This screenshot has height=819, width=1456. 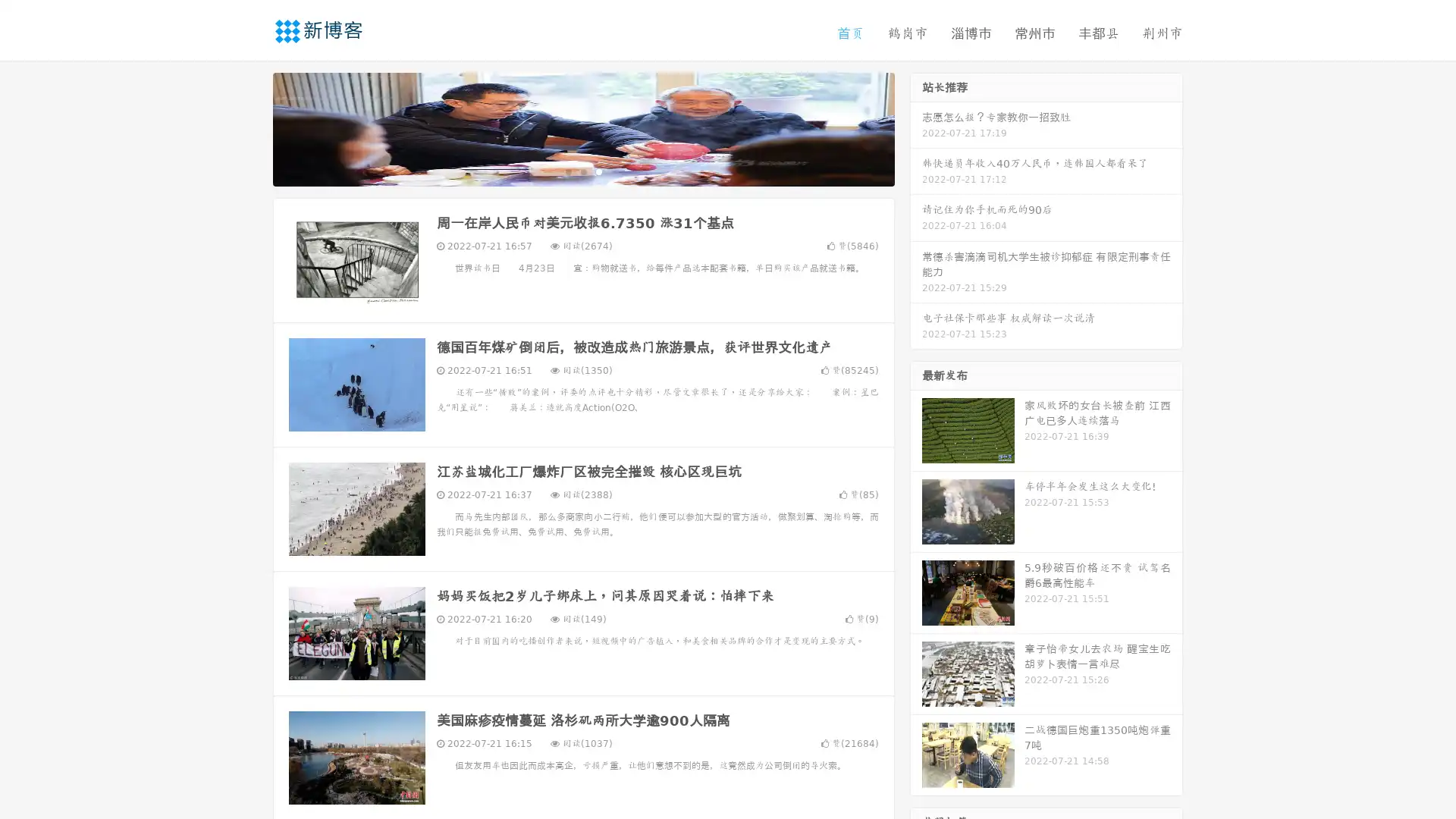 I want to click on Go to slide 1, so click(x=567, y=171).